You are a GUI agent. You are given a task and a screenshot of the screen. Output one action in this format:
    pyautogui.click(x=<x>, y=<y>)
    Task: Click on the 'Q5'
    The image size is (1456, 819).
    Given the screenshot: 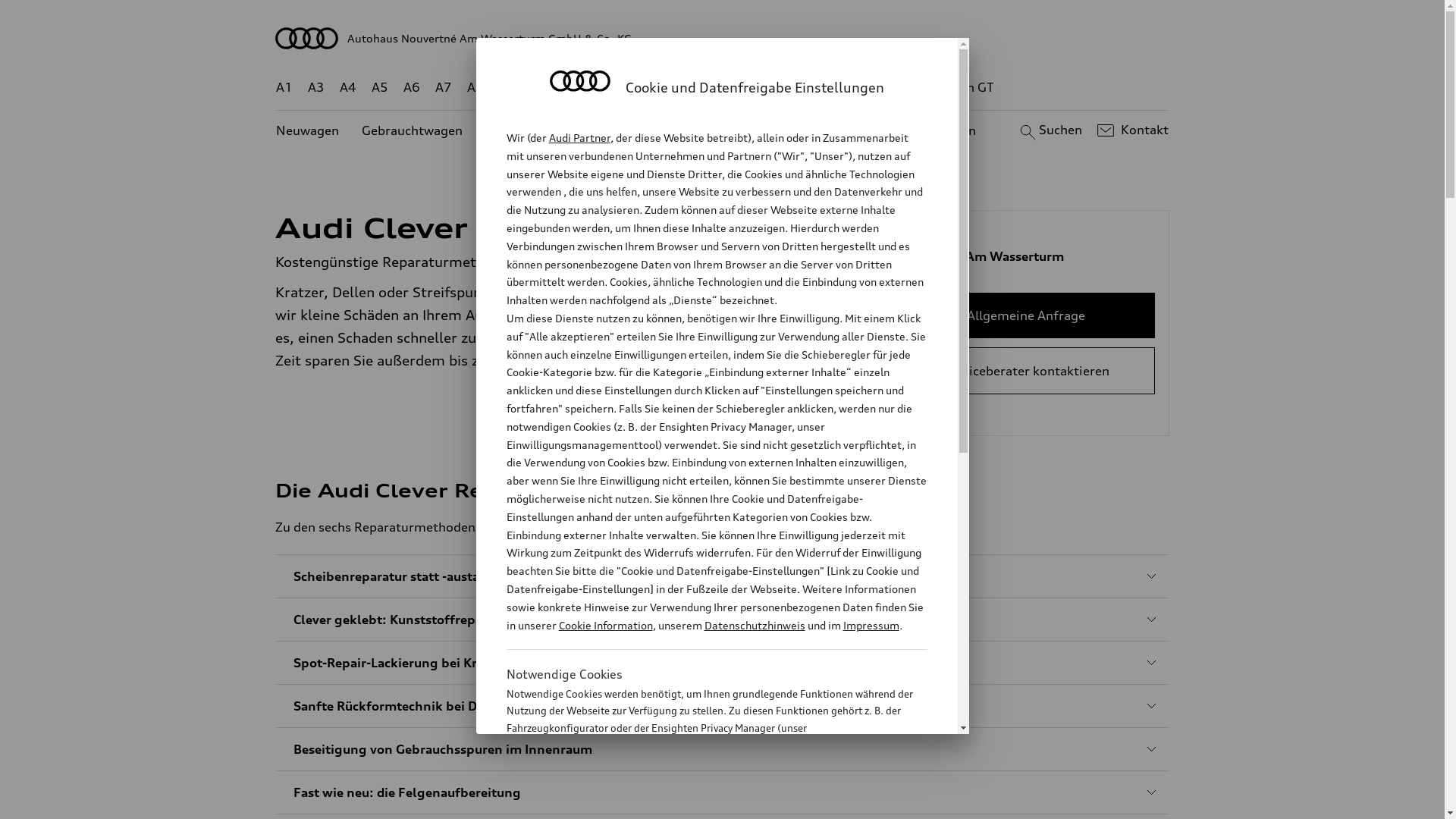 What is the action you would take?
    pyautogui.click(x=645, y=87)
    